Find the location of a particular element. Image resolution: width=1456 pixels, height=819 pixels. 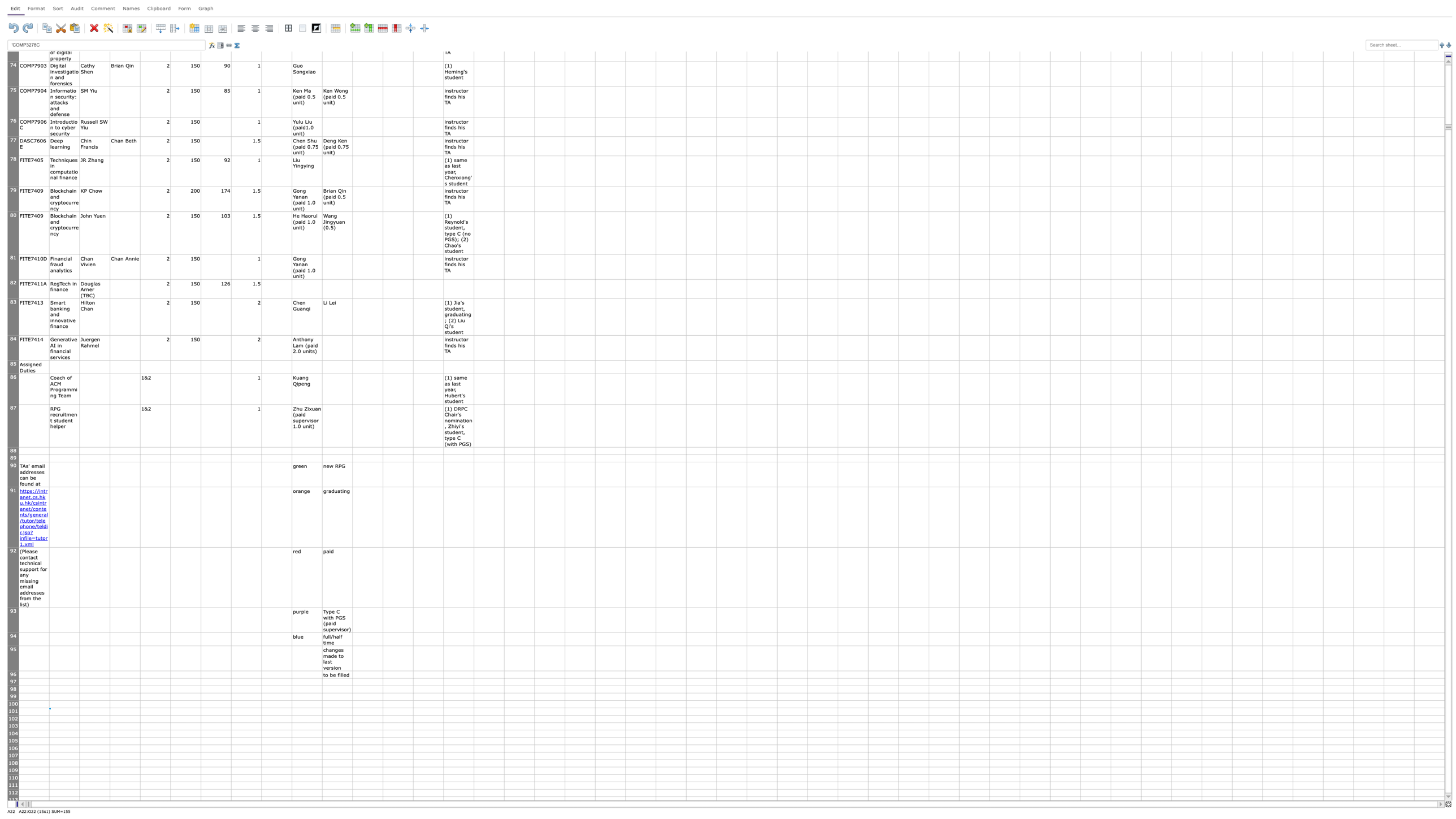

the bottom edge of row 96 header to resize is located at coordinates (13, 677).